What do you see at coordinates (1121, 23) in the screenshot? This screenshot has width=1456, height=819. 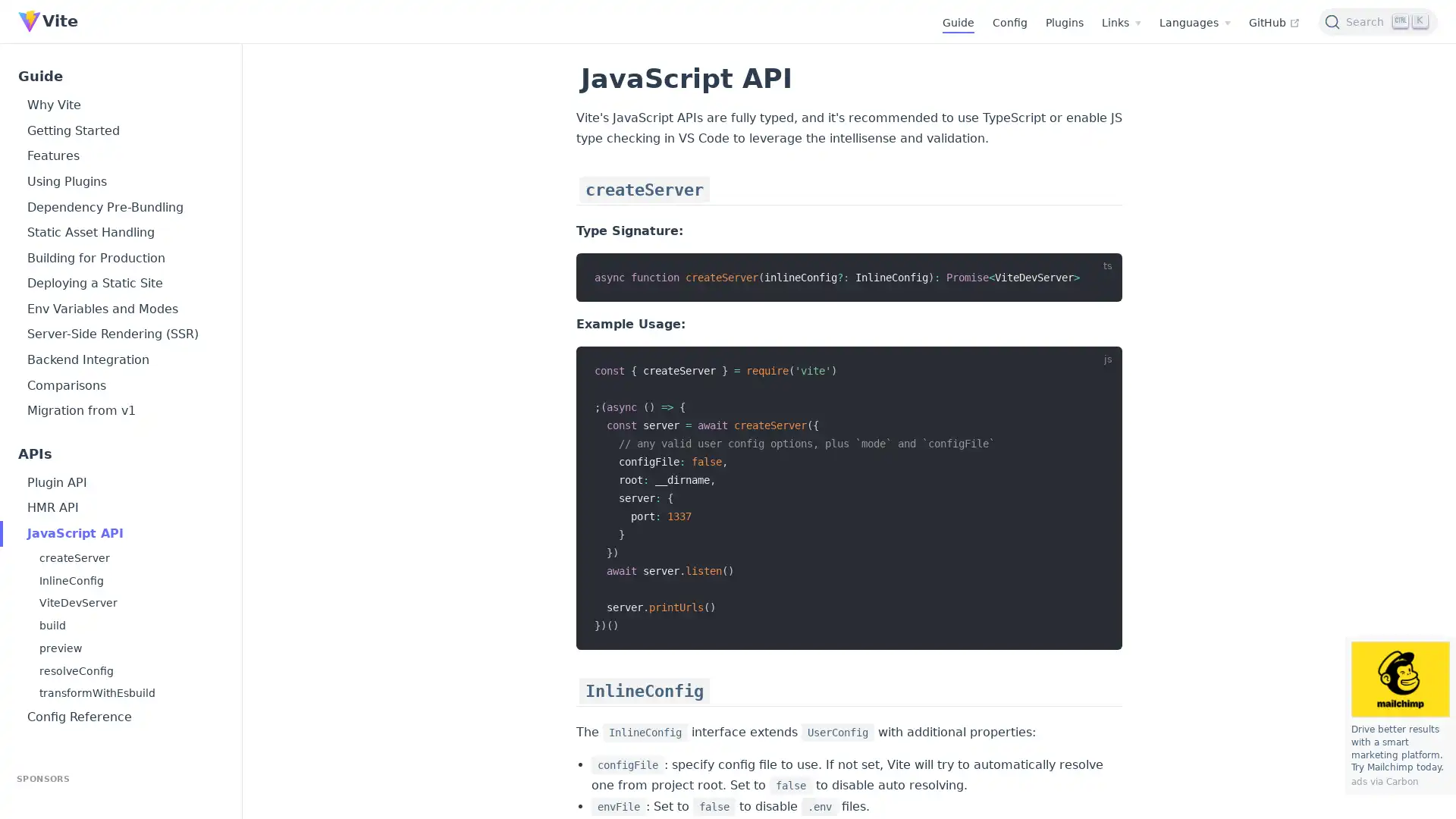 I see `Links` at bounding box center [1121, 23].